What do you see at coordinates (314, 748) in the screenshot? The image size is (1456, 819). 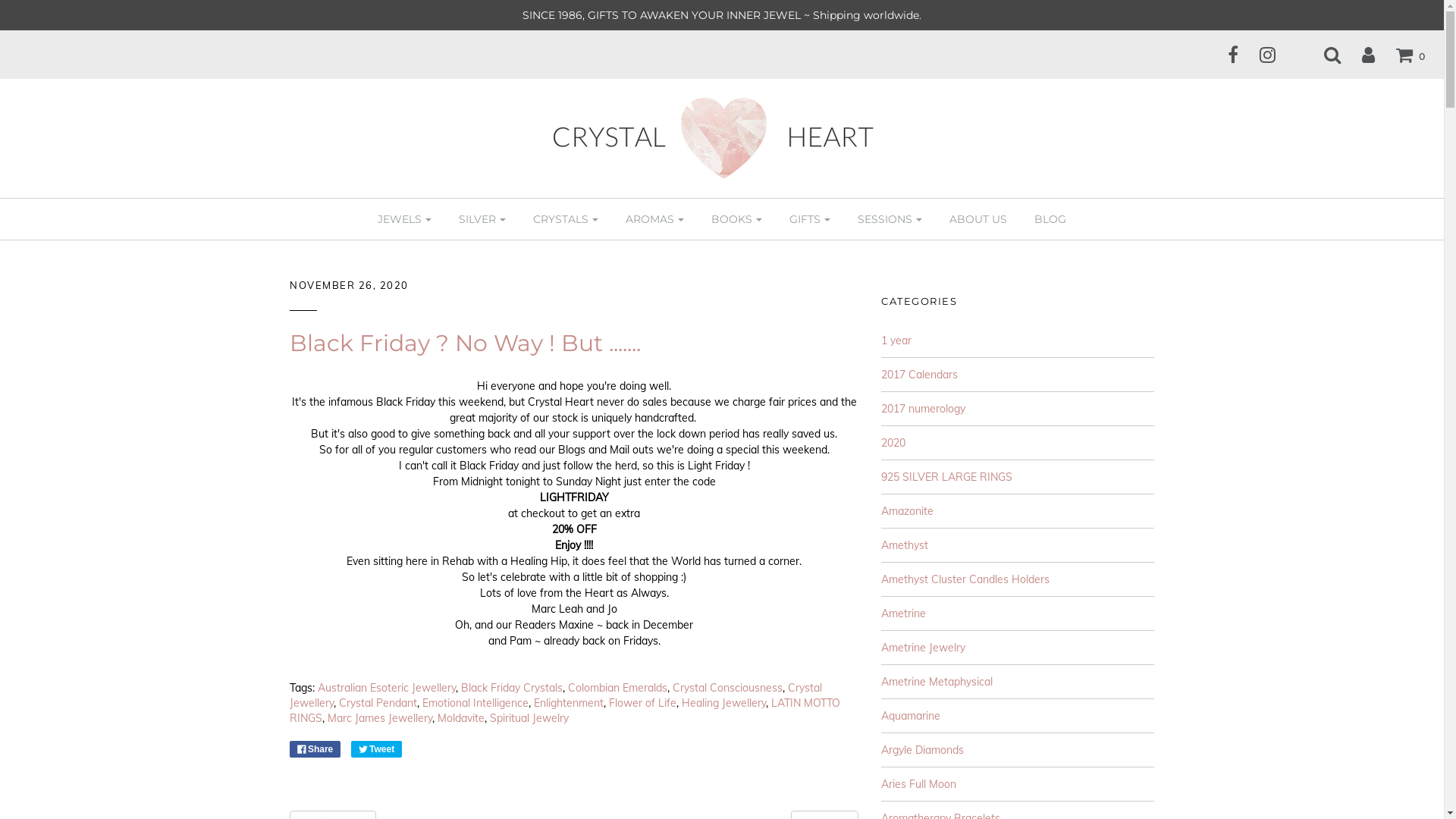 I see `'Share'` at bounding box center [314, 748].